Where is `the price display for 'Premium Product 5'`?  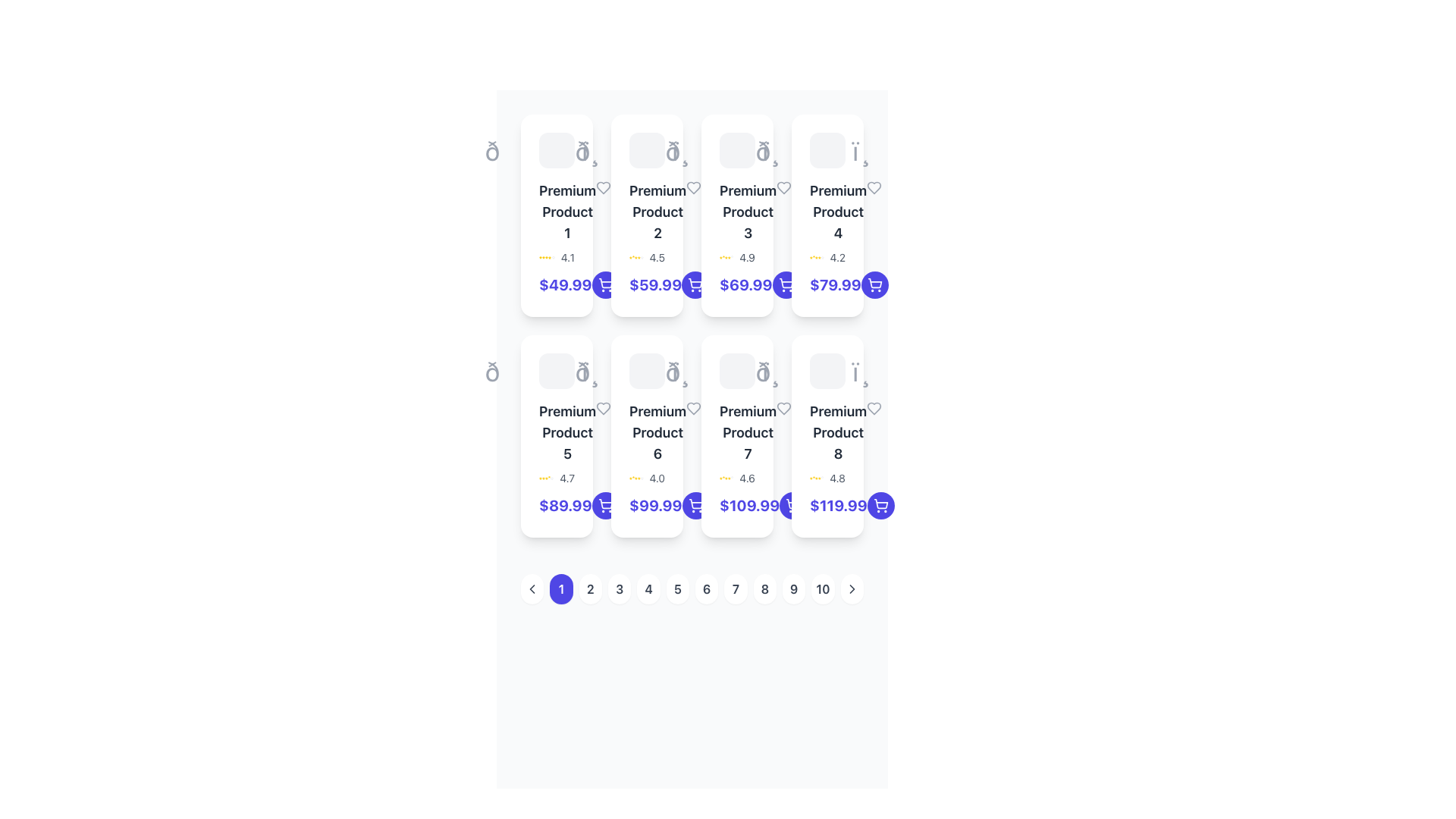
the price display for 'Premium Product 5' is located at coordinates (564, 506).